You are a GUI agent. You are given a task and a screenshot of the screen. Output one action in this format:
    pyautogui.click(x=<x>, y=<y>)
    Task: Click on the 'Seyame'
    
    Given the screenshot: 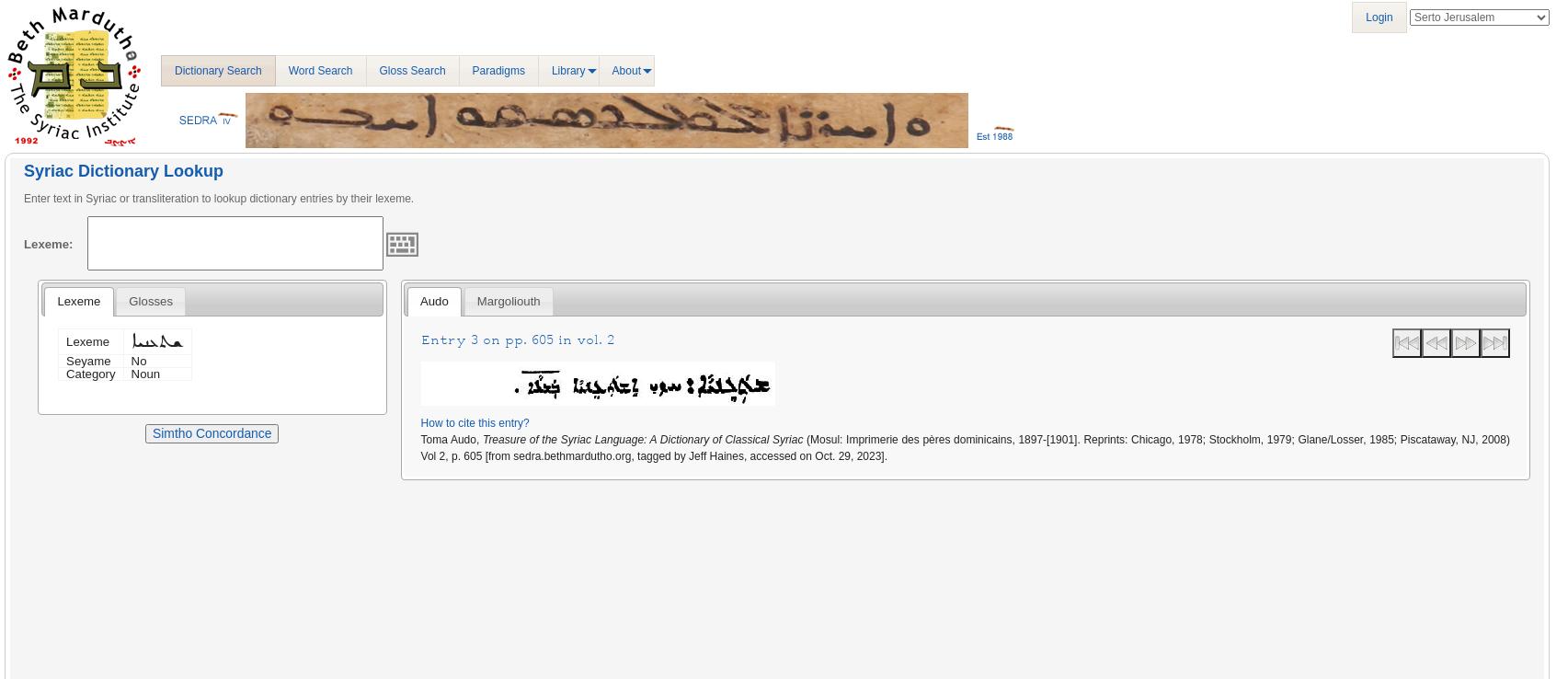 What is the action you would take?
    pyautogui.click(x=65, y=359)
    